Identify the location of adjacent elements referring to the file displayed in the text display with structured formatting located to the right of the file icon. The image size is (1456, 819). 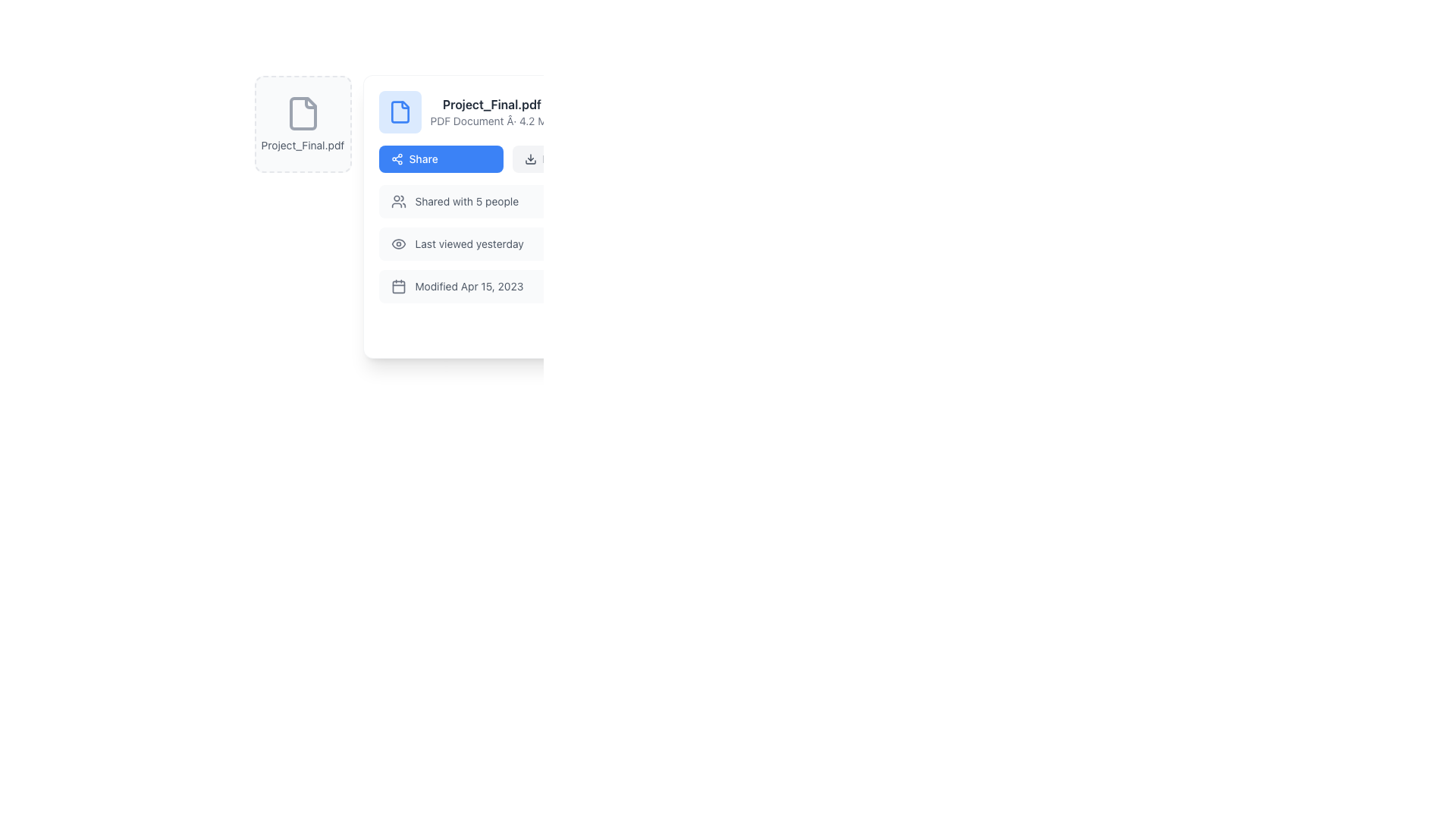
(491, 111).